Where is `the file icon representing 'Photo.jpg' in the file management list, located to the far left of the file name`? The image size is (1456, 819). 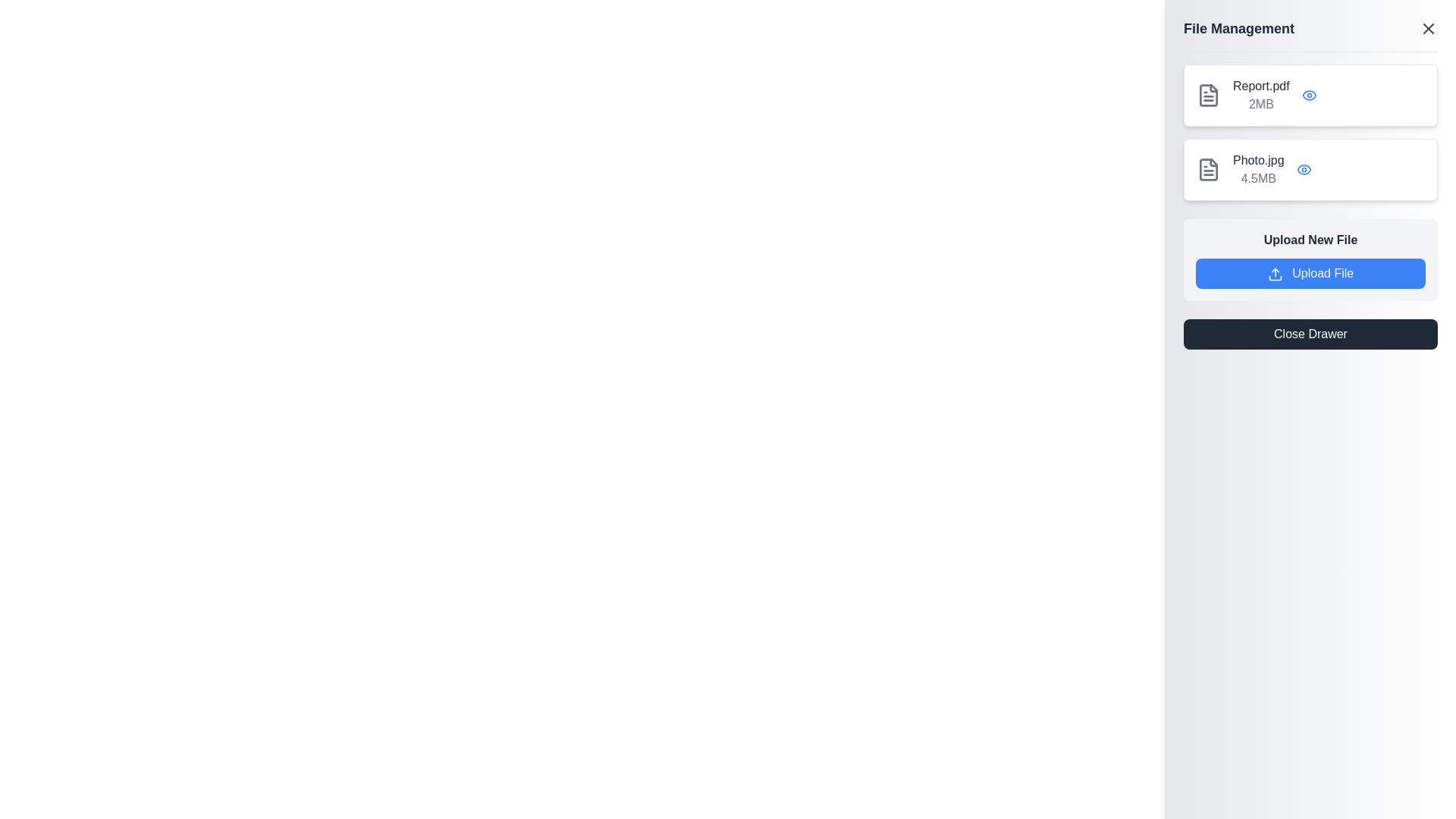 the file icon representing 'Photo.jpg' in the file management list, located to the far left of the file name is located at coordinates (1207, 169).